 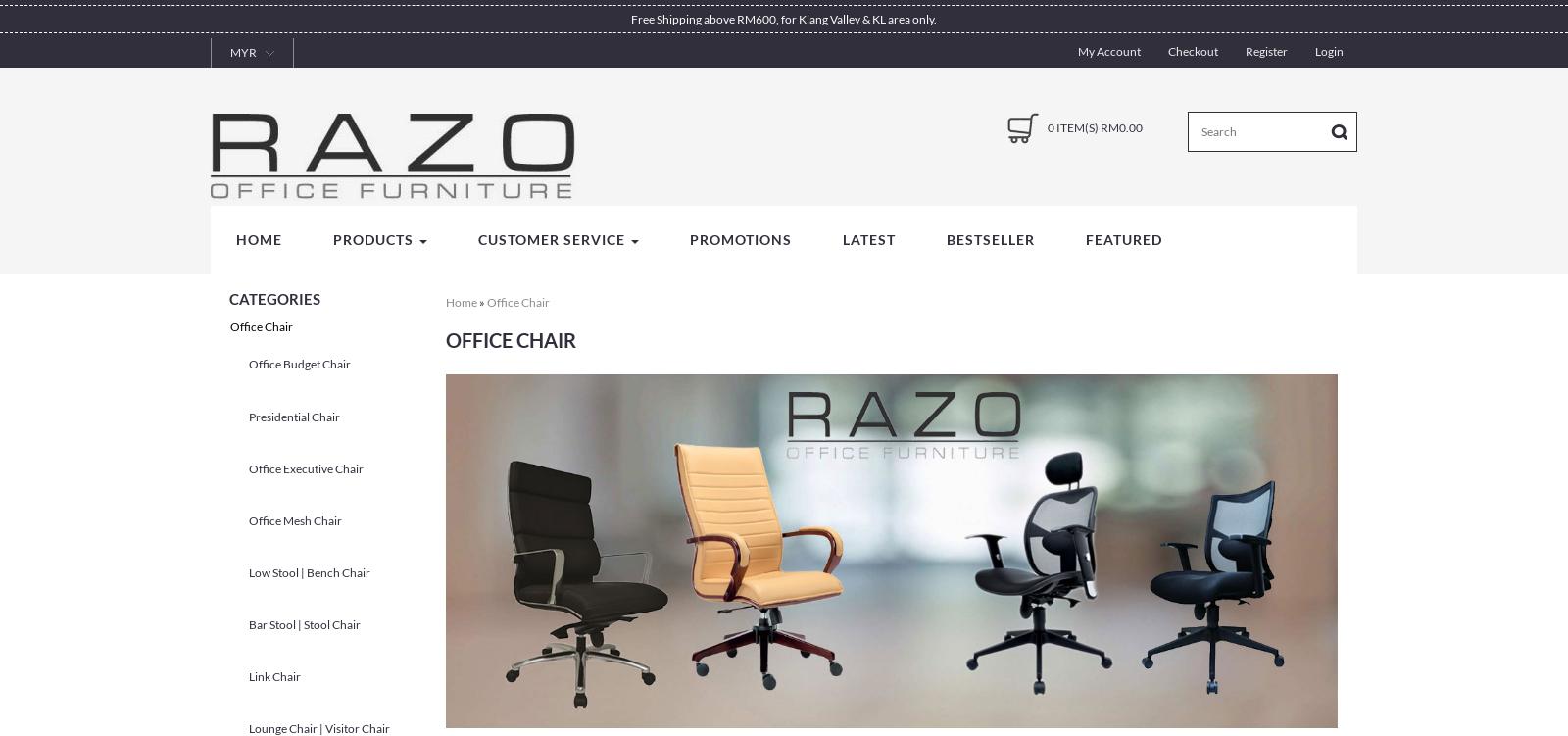 I want to click on 'Products', so click(x=375, y=238).